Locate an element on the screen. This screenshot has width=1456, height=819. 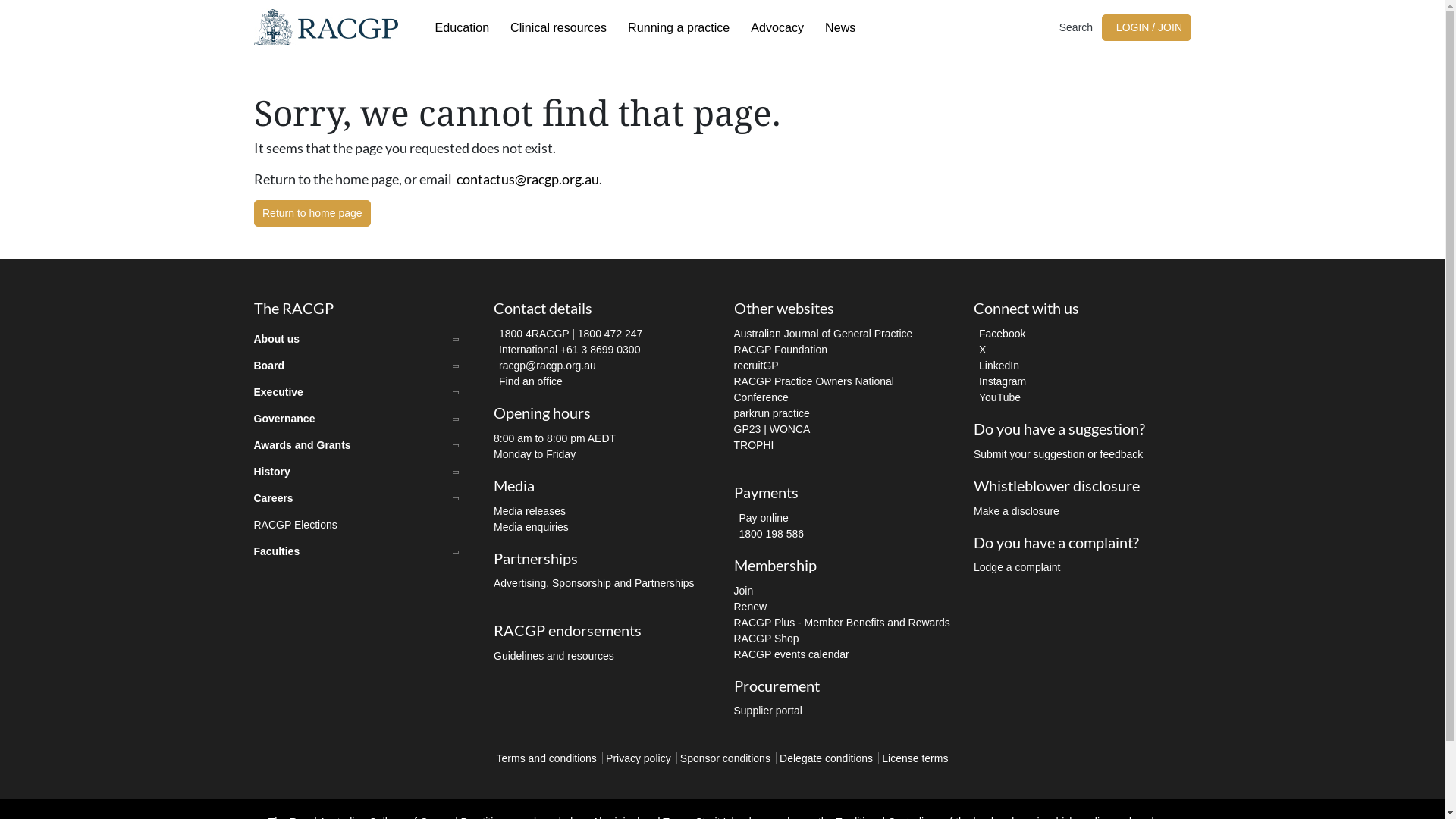
'RACGP Logo' is located at coordinates (324, 27).